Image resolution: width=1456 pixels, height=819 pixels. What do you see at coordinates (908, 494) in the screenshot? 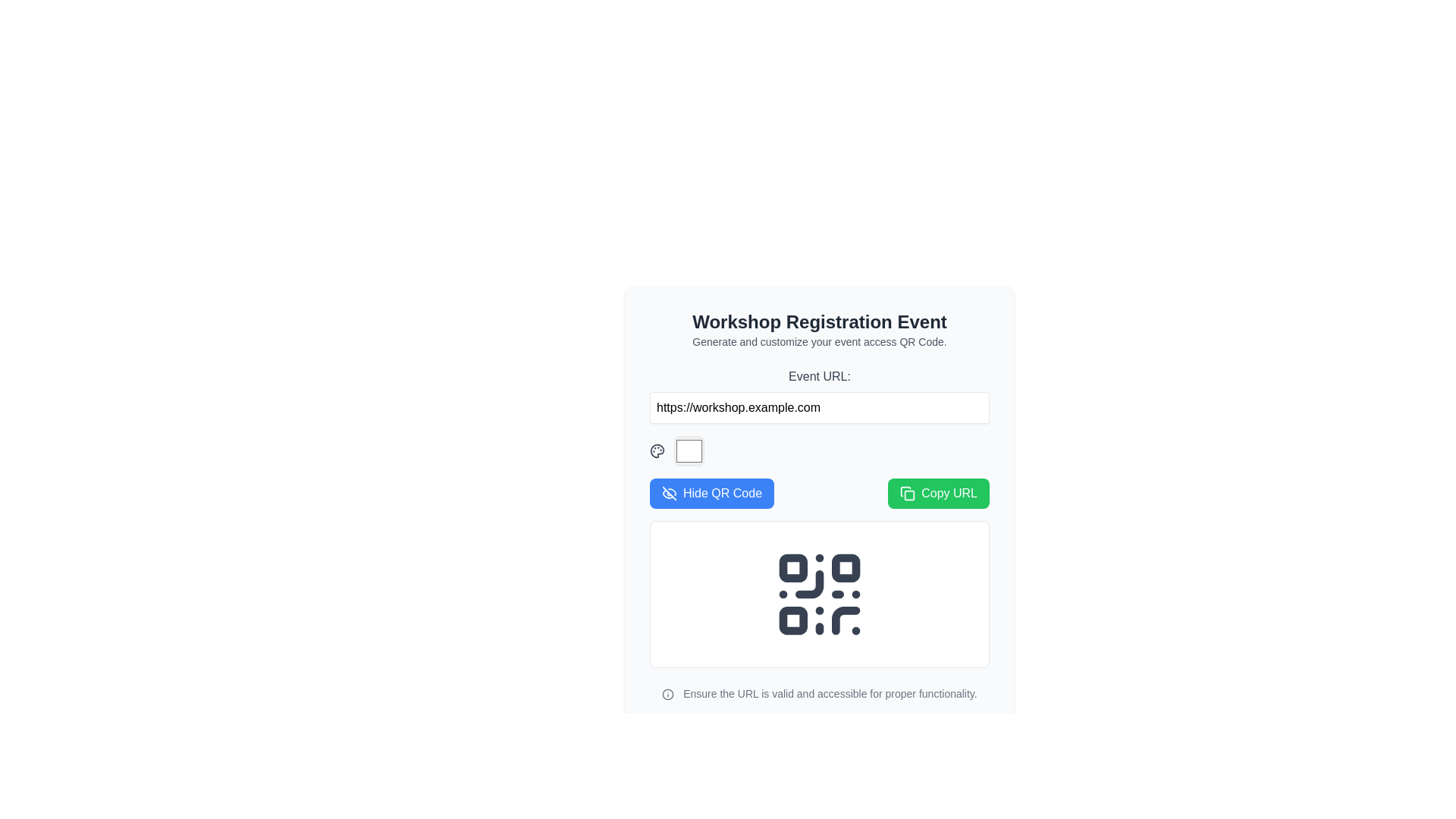
I see `the copy URL icon located in the upper-right region of the interface, adjacent to the event URL and the 'Hide QR Code' button` at bounding box center [908, 494].